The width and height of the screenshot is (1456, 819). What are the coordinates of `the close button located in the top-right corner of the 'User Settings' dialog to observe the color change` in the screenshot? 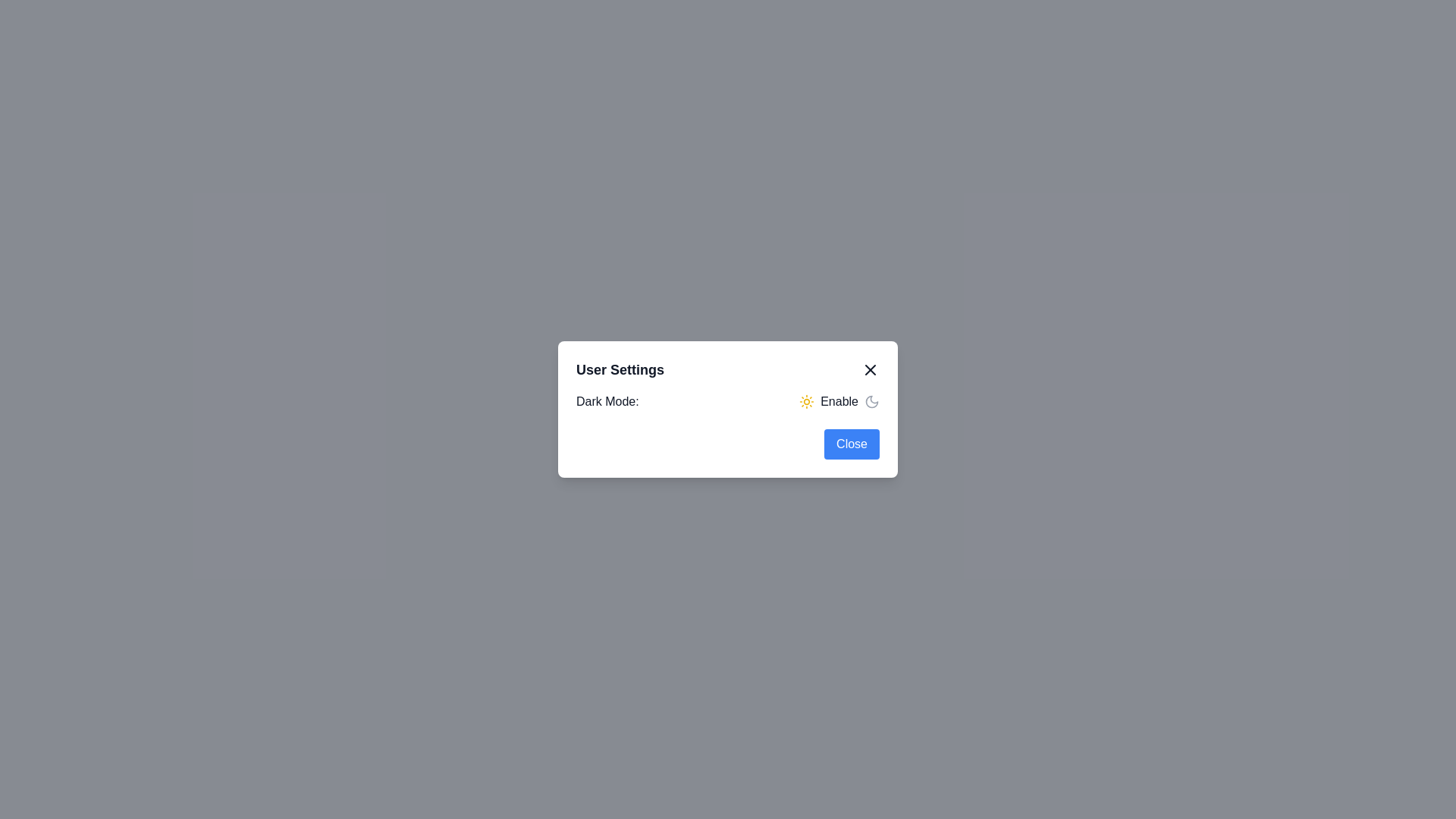 It's located at (870, 370).